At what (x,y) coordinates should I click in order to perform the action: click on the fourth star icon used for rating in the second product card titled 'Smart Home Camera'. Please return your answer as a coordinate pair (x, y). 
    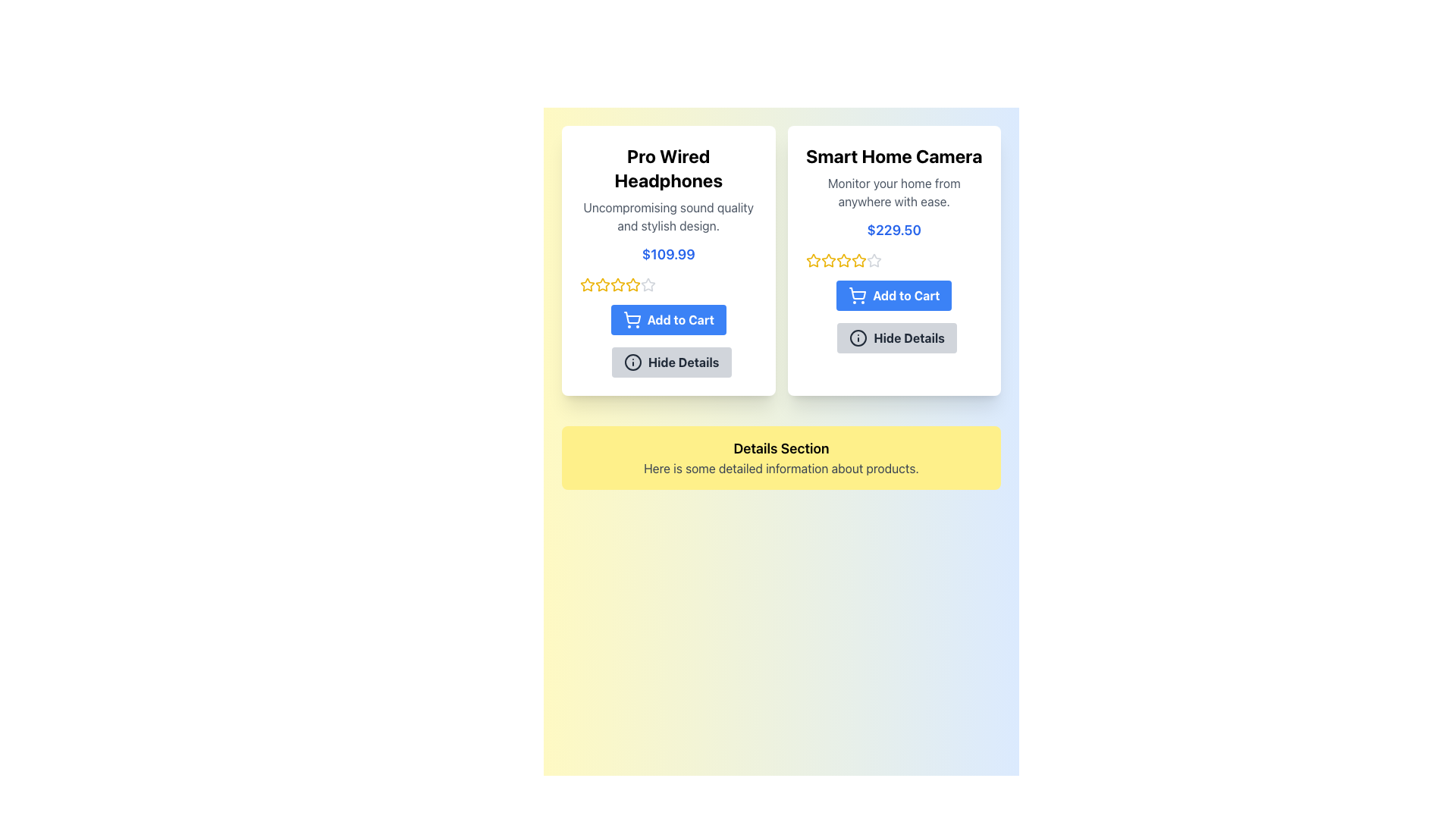
    Looking at the image, I should click on (843, 259).